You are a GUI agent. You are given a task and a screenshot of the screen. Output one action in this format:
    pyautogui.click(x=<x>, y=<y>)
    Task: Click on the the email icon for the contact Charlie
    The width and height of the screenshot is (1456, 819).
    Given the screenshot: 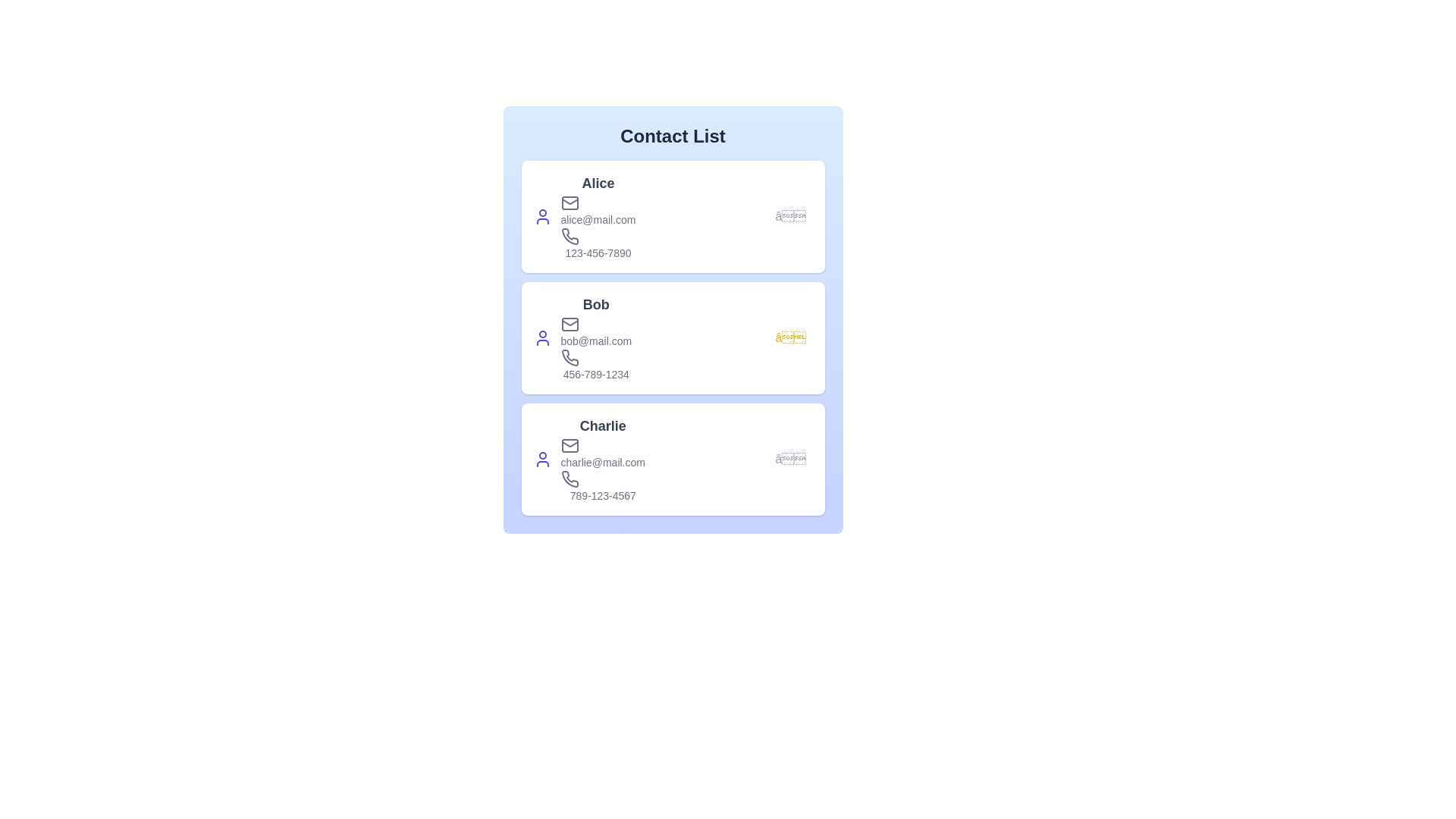 What is the action you would take?
    pyautogui.click(x=569, y=444)
    